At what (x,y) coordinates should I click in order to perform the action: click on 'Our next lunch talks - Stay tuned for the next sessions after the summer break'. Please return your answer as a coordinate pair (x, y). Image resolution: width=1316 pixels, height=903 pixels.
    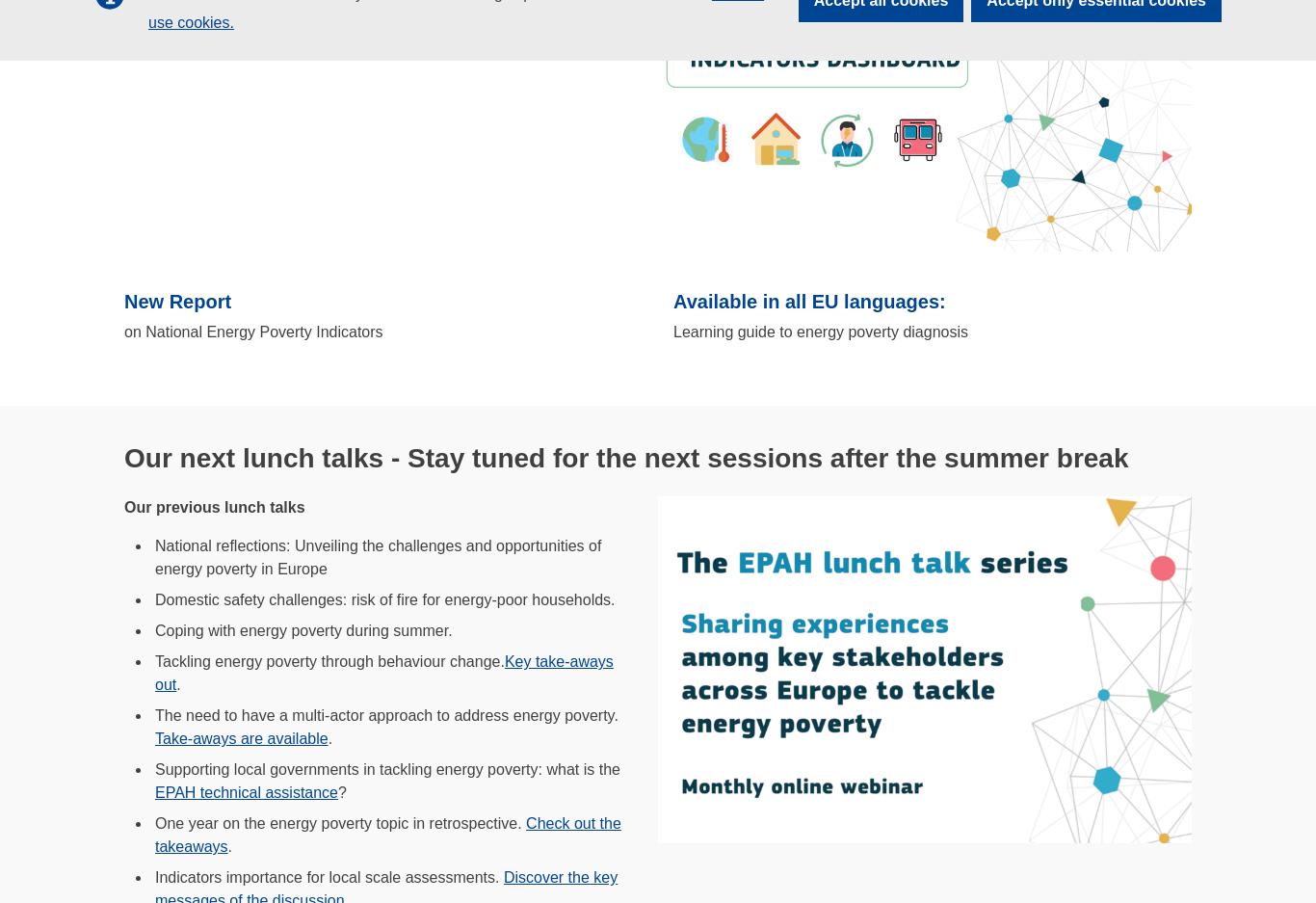
    Looking at the image, I should click on (624, 458).